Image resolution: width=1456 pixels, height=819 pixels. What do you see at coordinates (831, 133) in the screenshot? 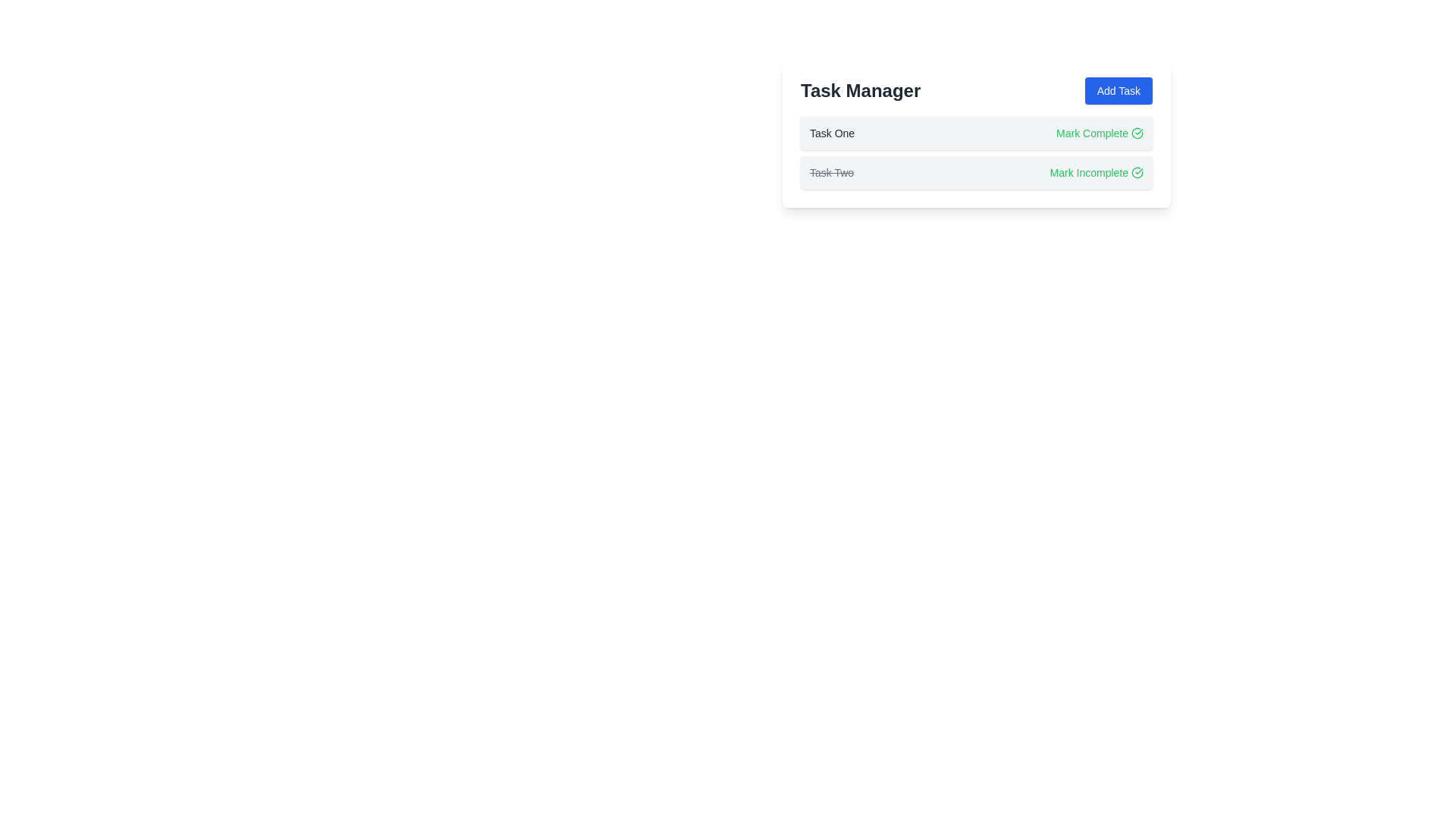
I see `the Text Label that displays the task's title in the first row of the task management list` at bounding box center [831, 133].